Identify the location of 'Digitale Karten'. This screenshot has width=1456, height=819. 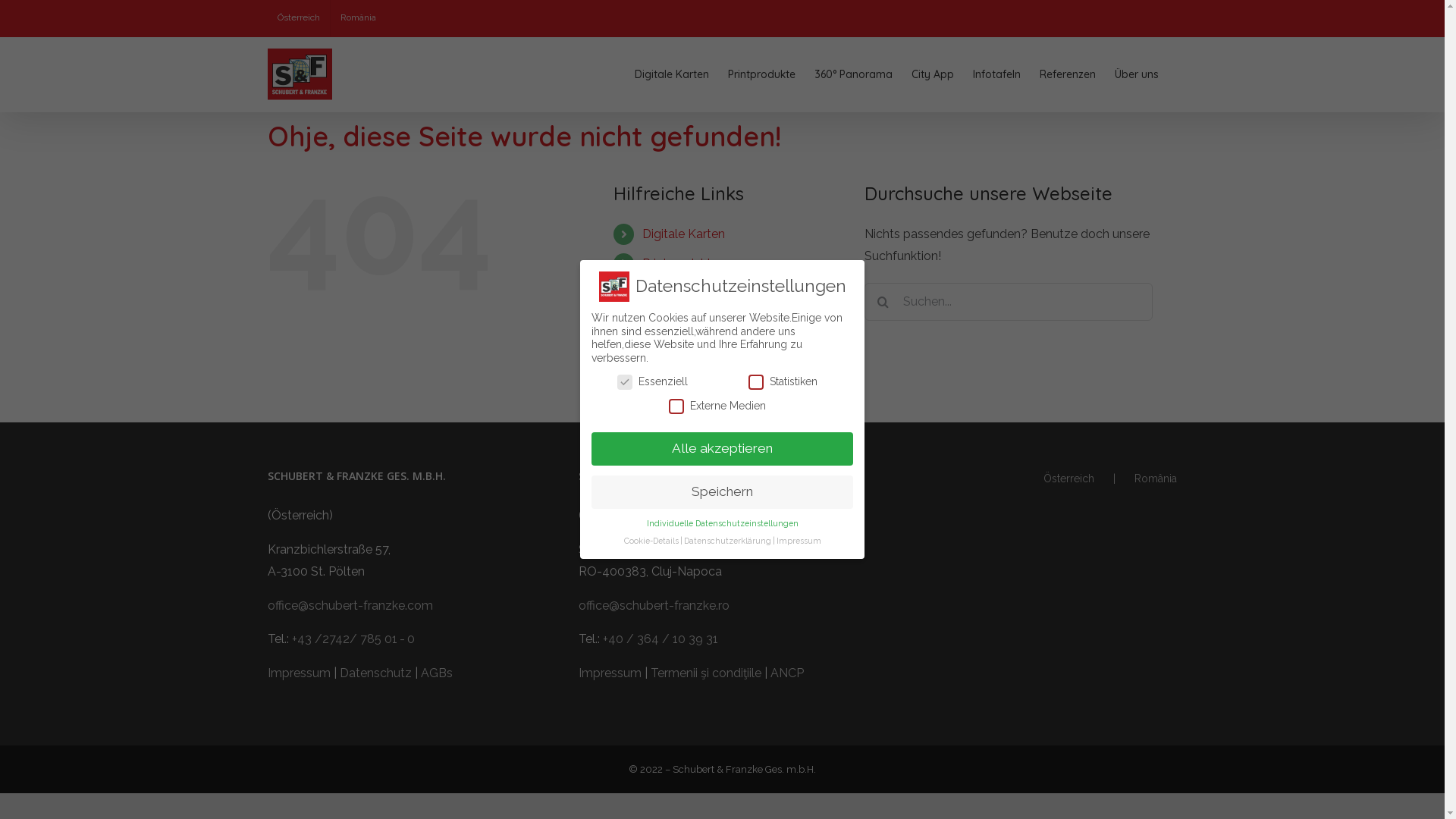
(642, 234).